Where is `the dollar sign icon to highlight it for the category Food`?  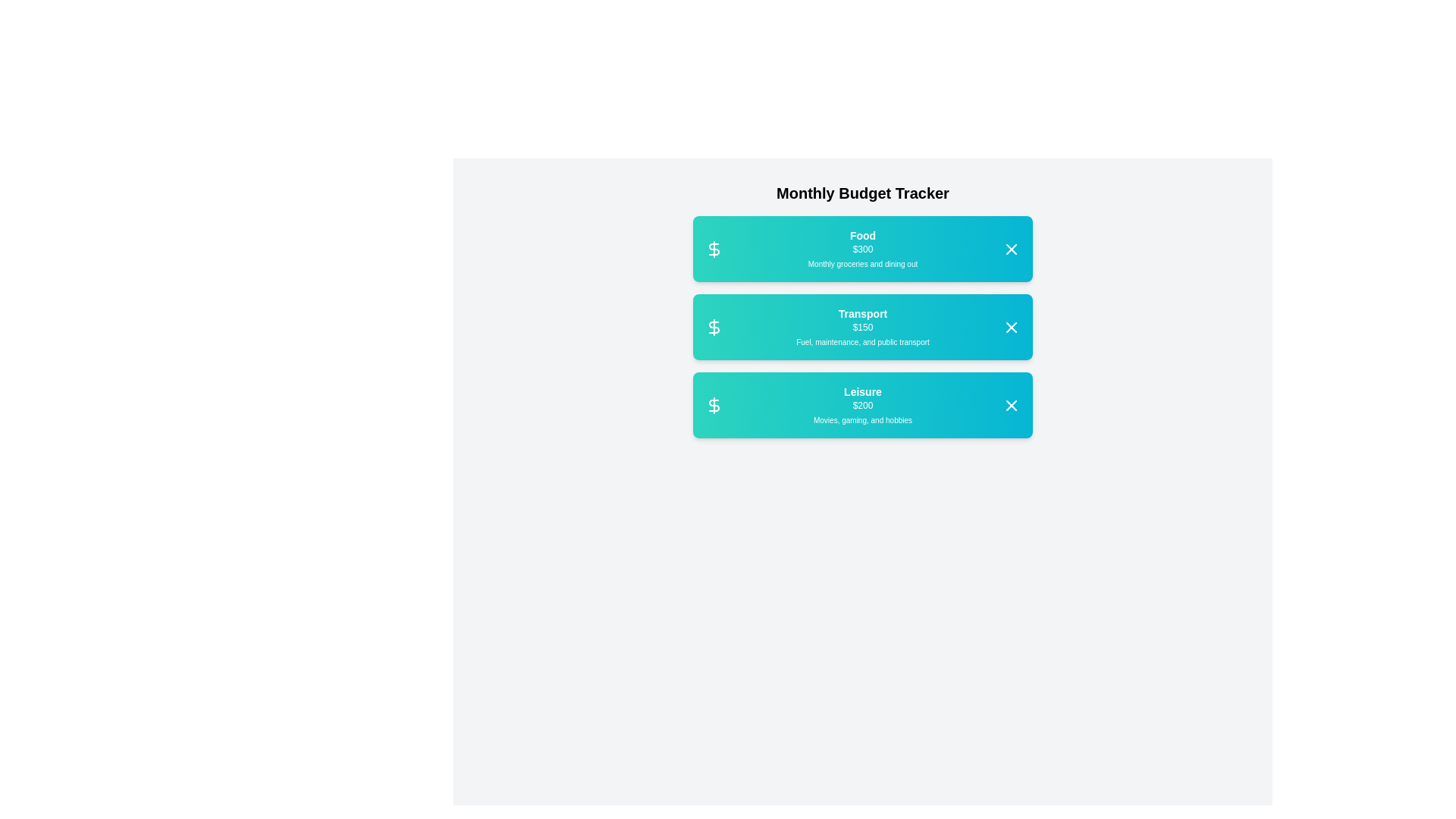
the dollar sign icon to highlight it for the category Food is located at coordinates (713, 248).